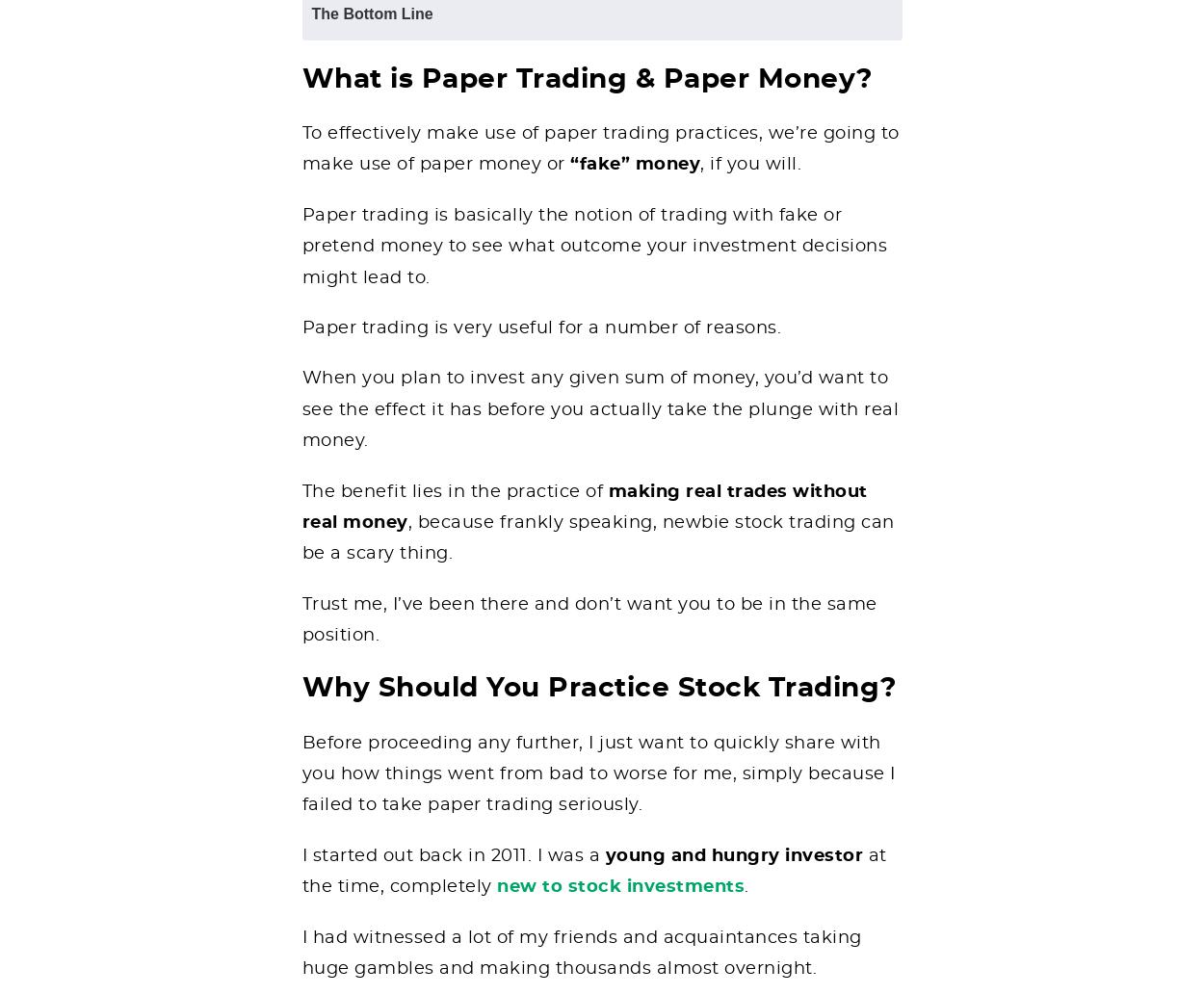 The height and width of the screenshot is (995, 1204). Describe the element at coordinates (750, 164) in the screenshot. I see `', if you will.'` at that location.